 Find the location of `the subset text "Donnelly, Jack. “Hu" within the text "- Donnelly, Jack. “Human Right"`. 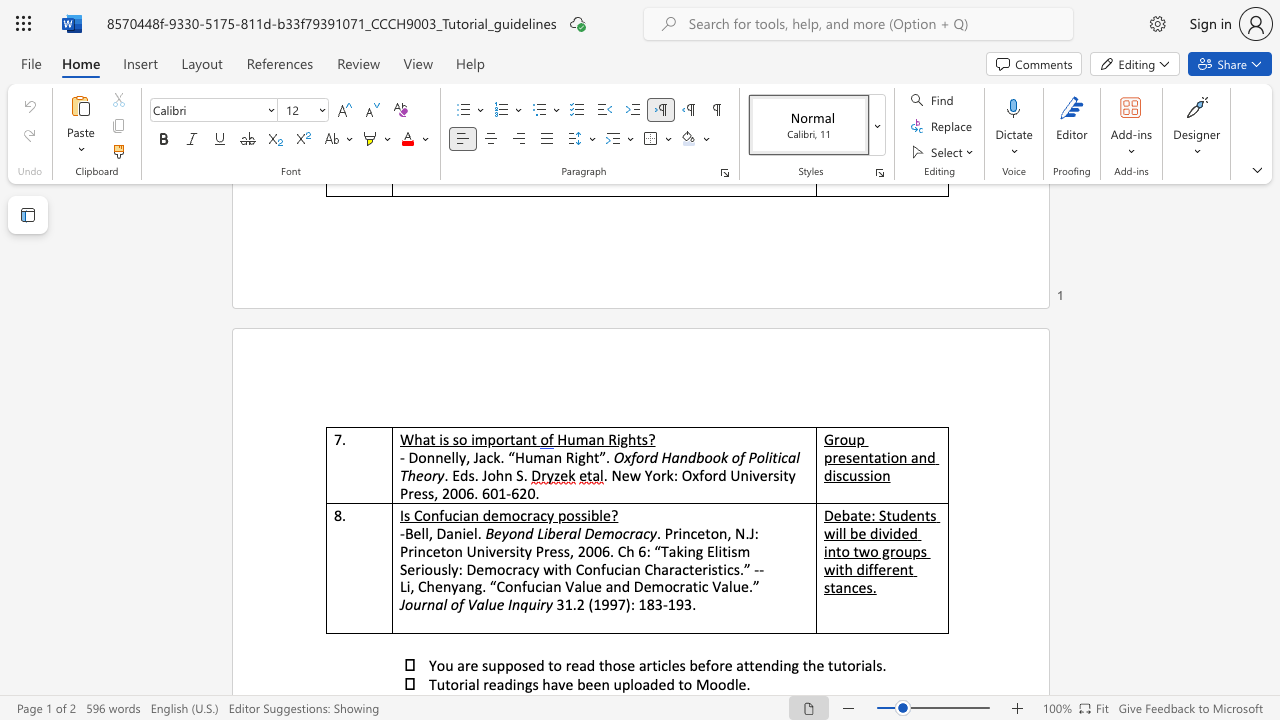

the subset text "Donnelly, Jack. “Hu" within the text "- Donnelly, Jack. “Human Right" is located at coordinates (407, 457).